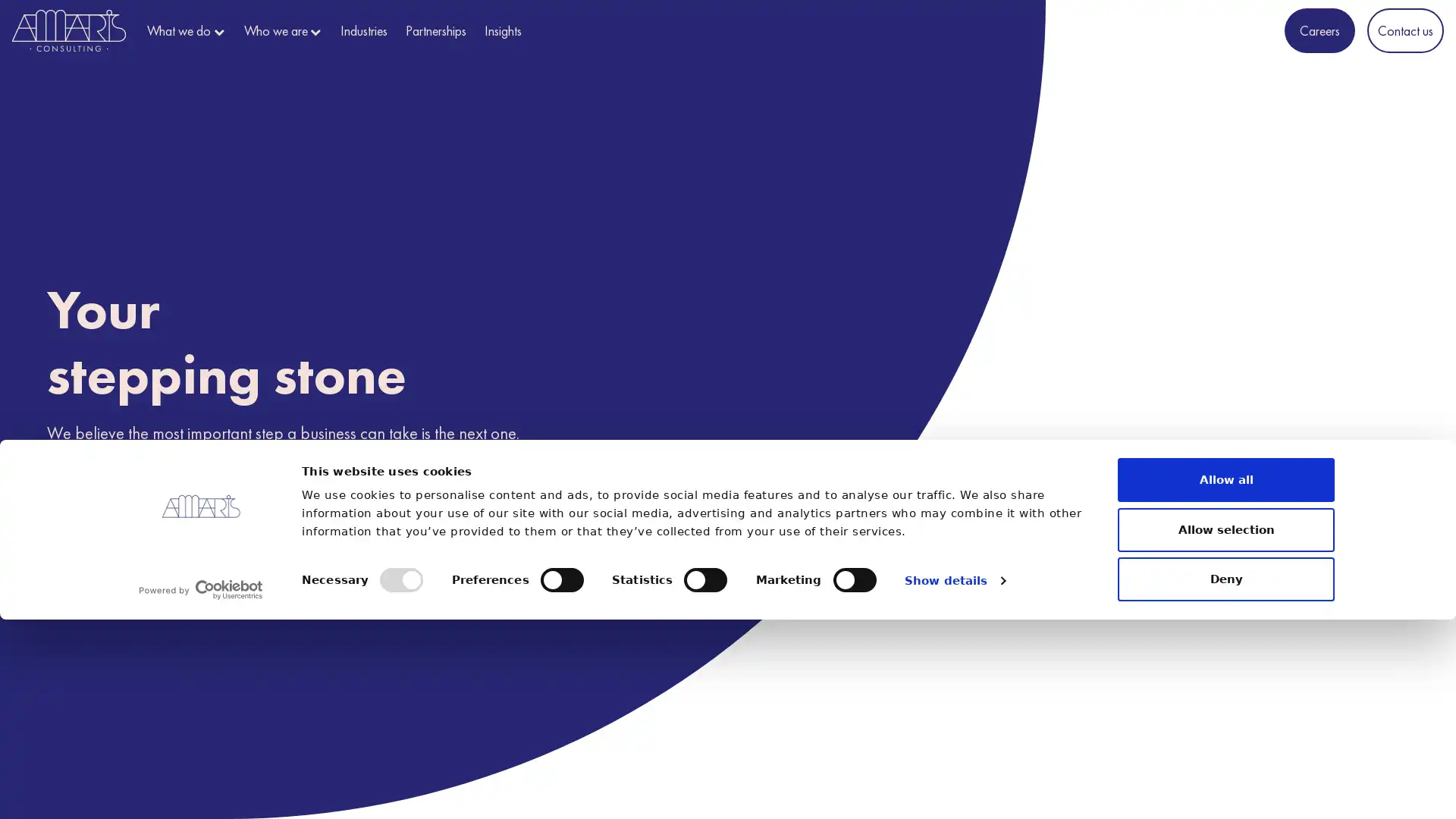 This screenshot has width=1456, height=819. What do you see at coordinates (1404, 30) in the screenshot?
I see `Contact us` at bounding box center [1404, 30].